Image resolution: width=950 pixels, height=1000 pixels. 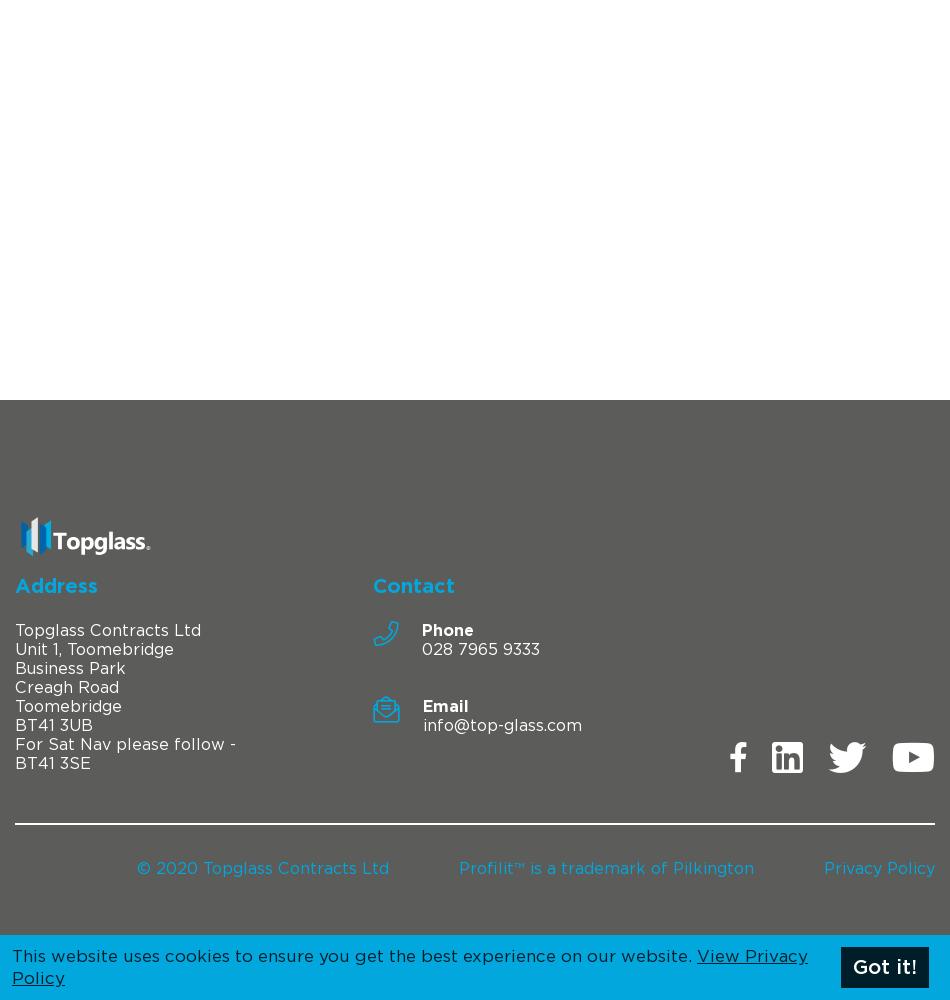 I want to click on 'BT41 3UB', so click(x=53, y=724).